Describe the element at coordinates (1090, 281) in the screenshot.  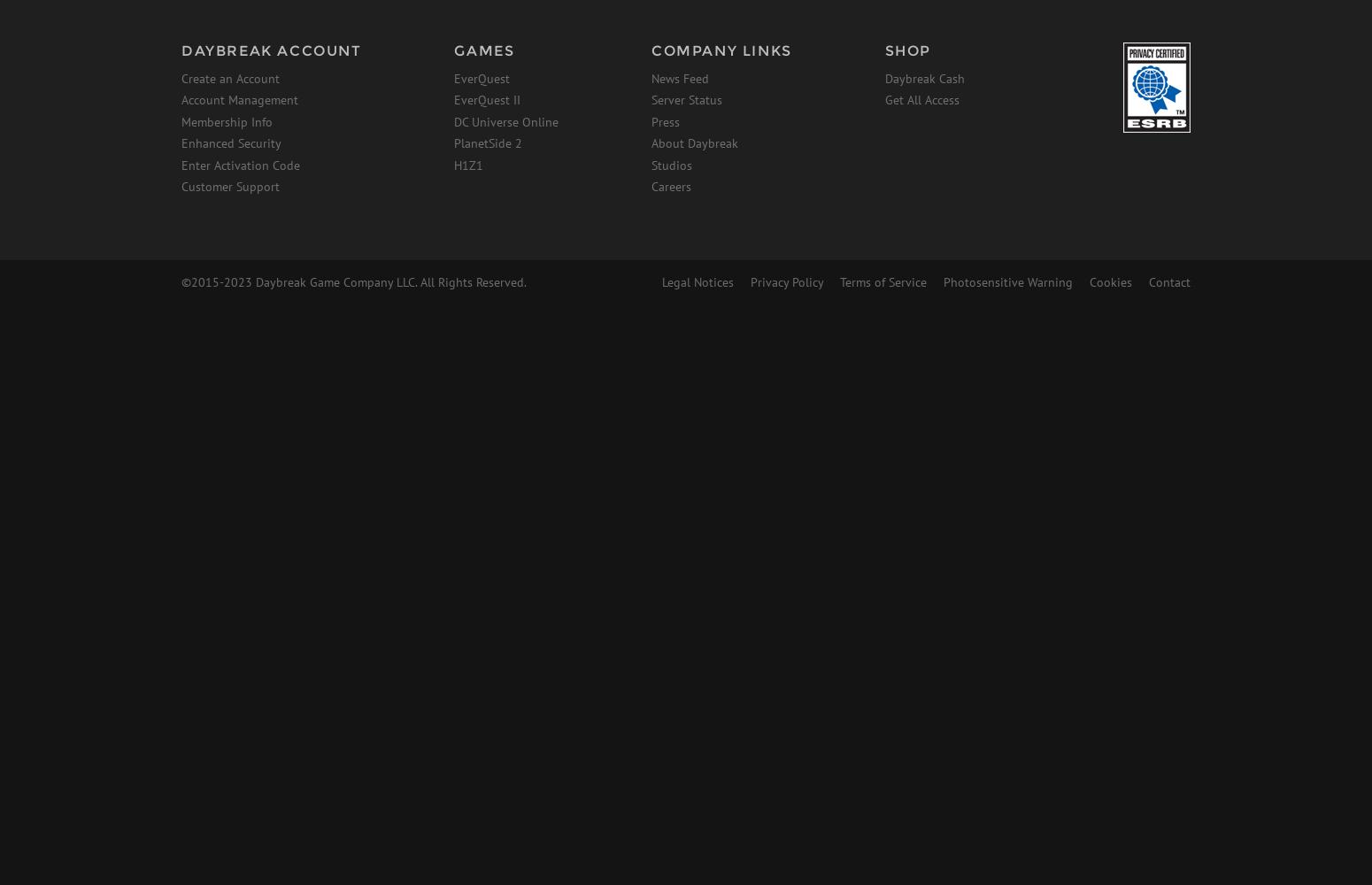
I see `'Cookies'` at that location.